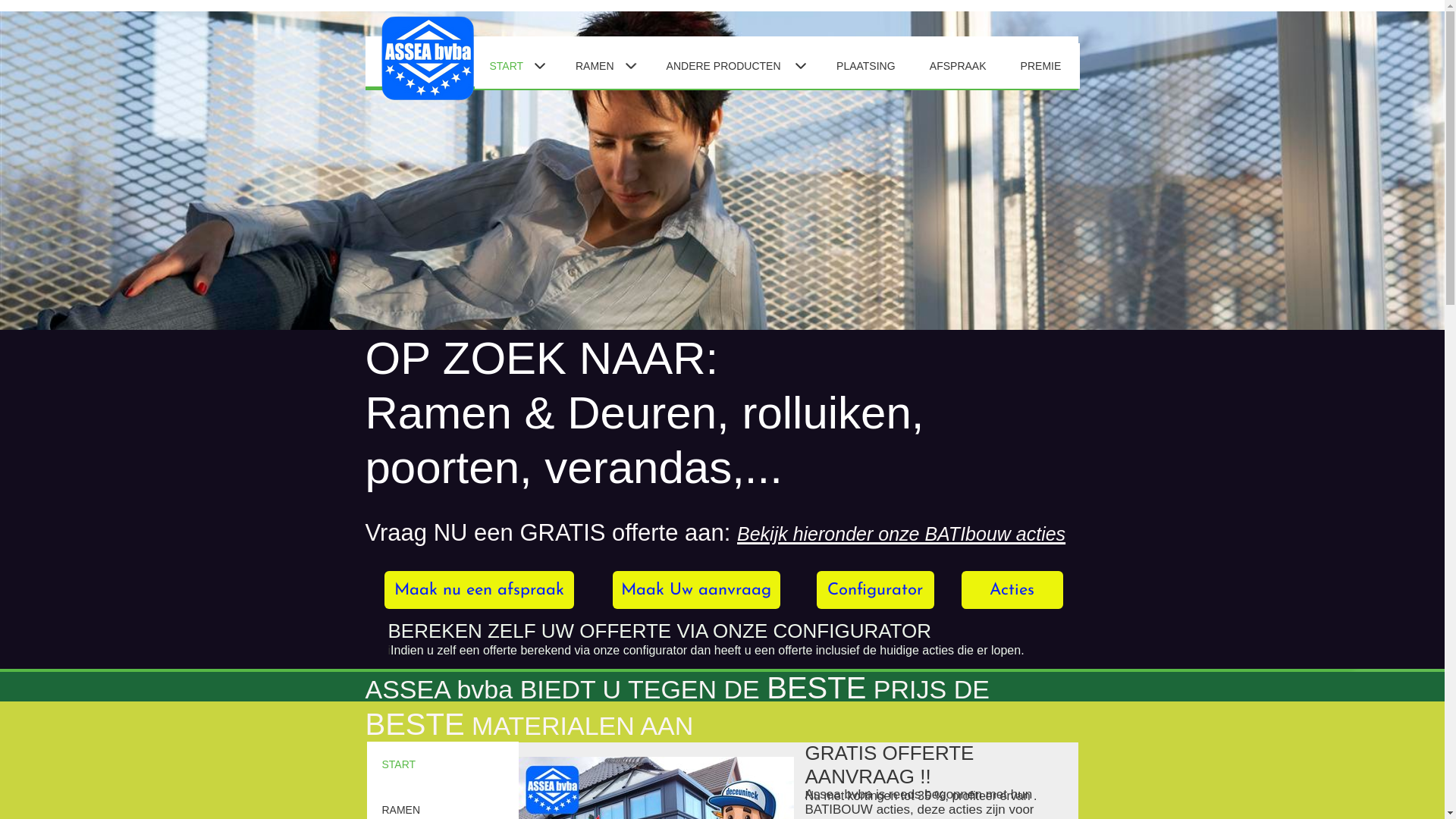  I want to click on 'AFSPRAAK', so click(959, 64).